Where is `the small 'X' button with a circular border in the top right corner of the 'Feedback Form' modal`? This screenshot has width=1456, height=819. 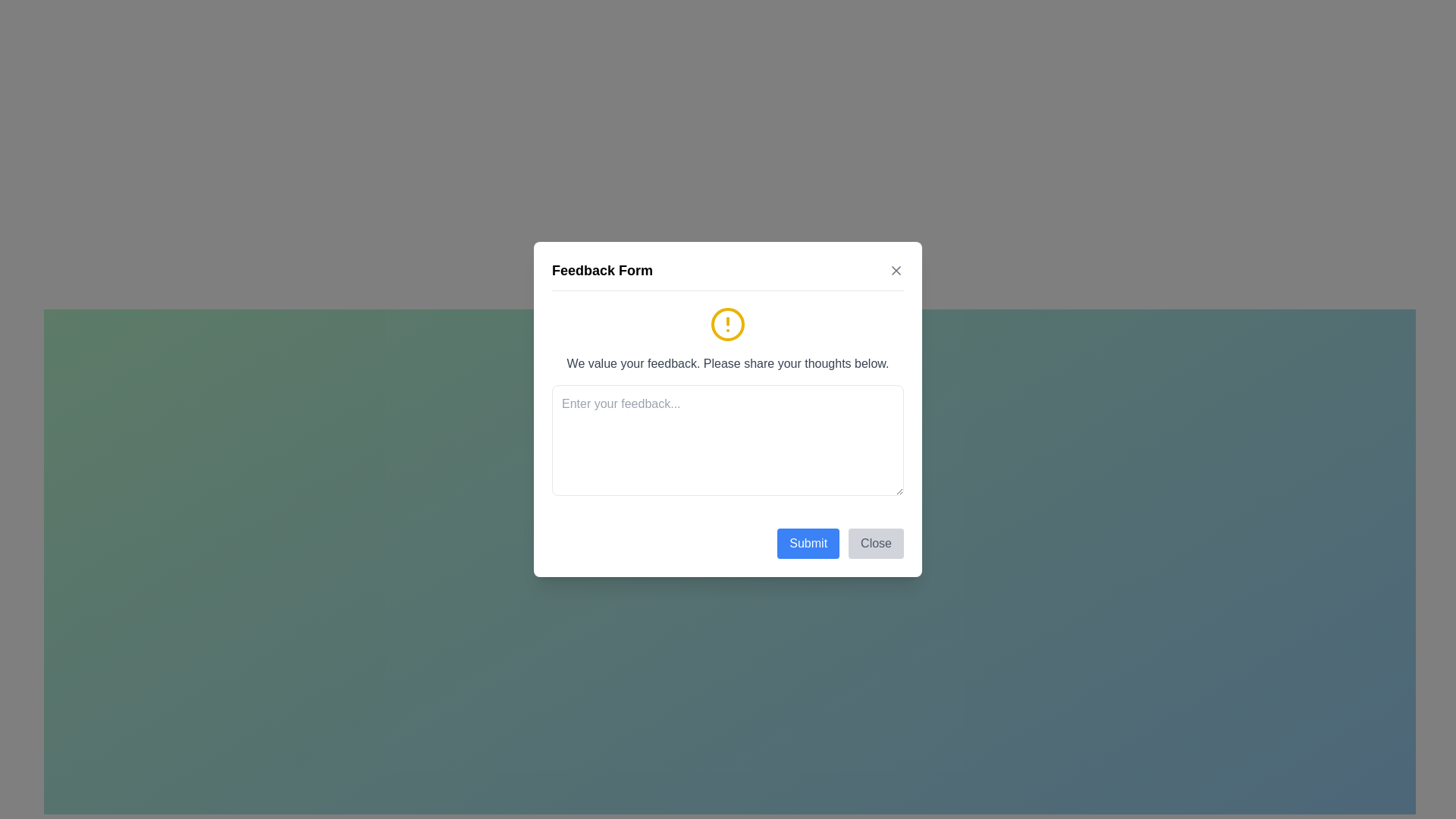 the small 'X' button with a circular border in the top right corner of the 'Feedback Form' modal is located at coordinates (896, 270).